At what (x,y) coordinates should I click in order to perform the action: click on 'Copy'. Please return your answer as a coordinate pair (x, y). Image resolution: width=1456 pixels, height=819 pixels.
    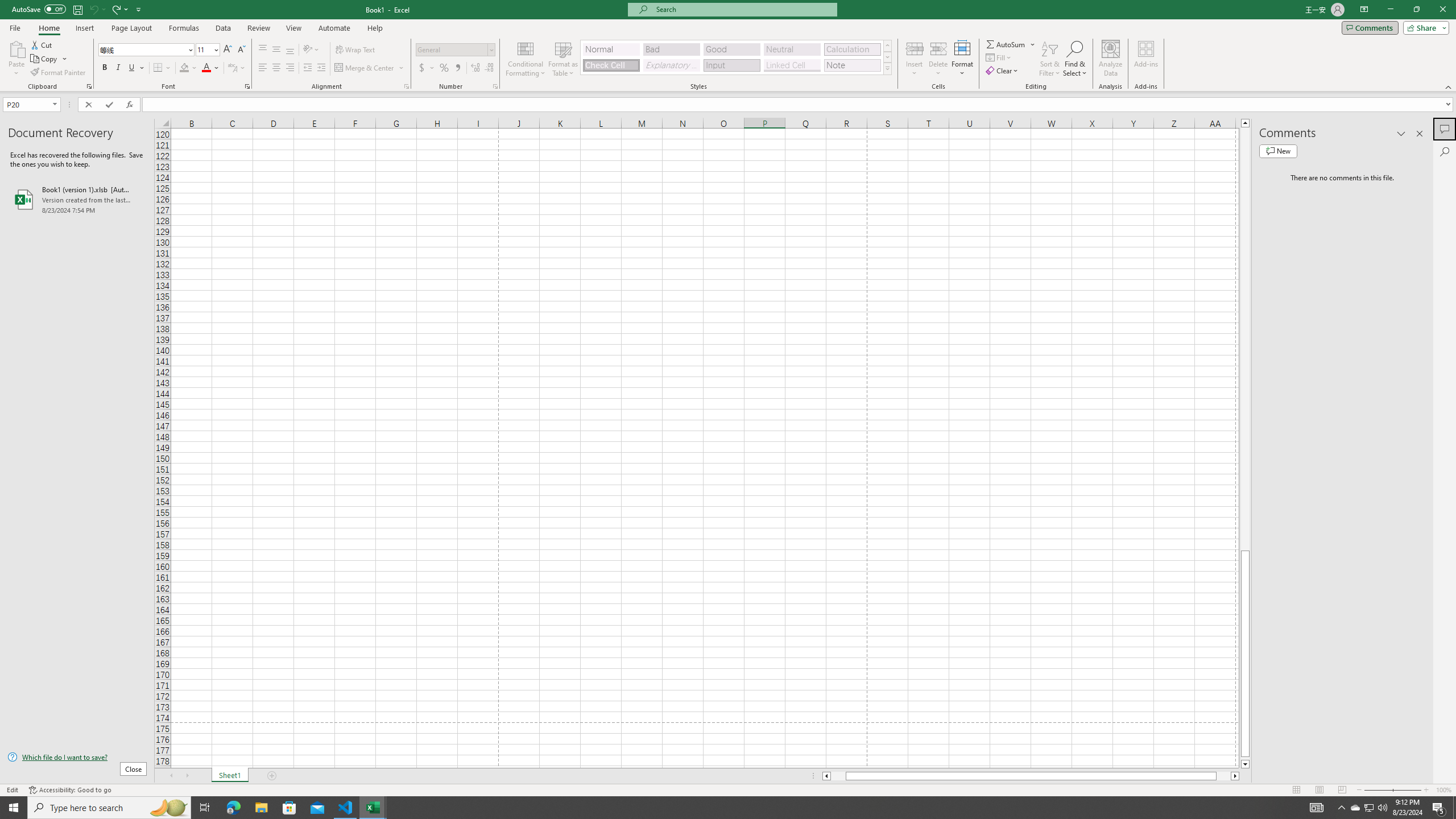
    Looking at the image, I should click on (44, 59).